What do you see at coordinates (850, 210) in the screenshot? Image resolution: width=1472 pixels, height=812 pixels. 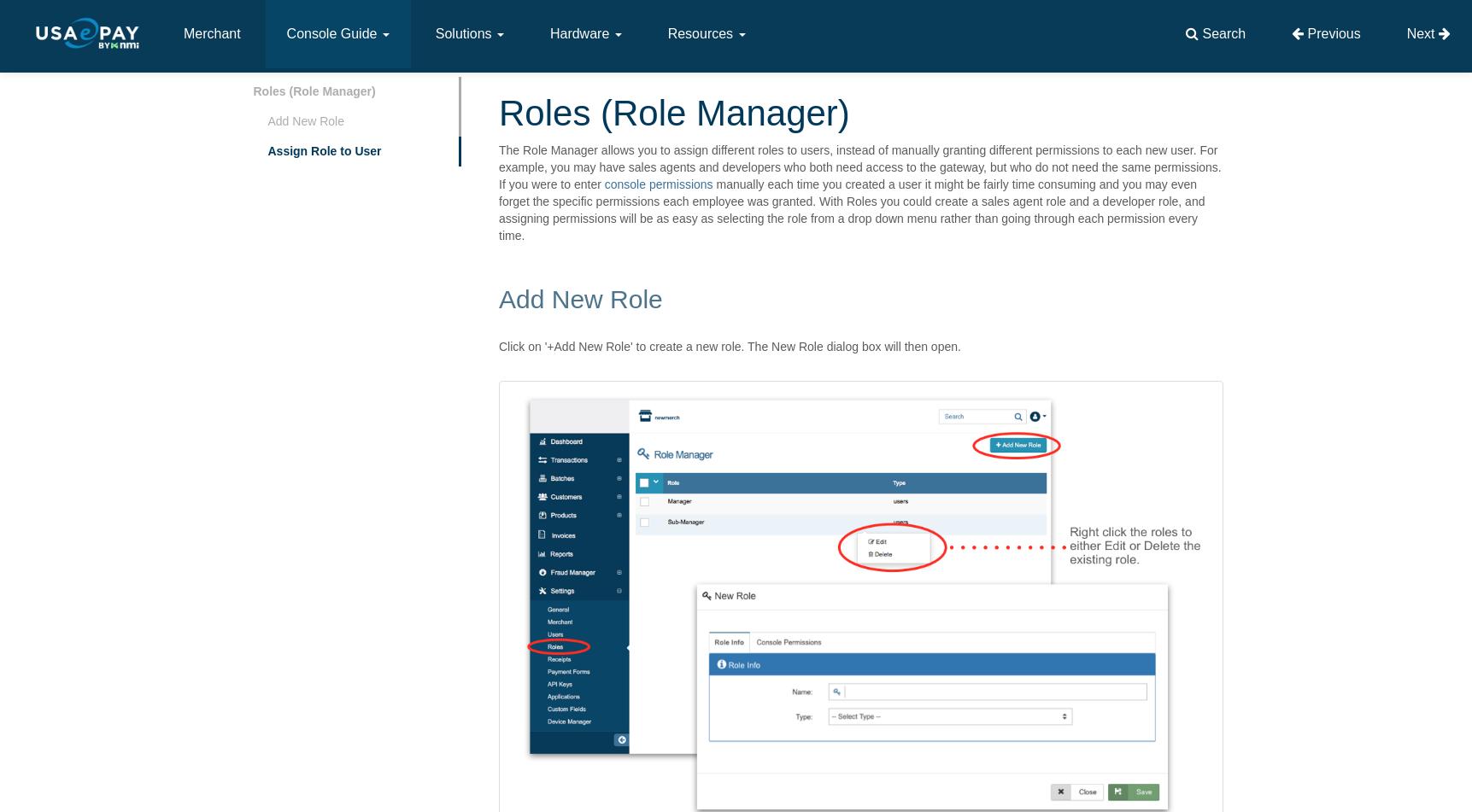 I see `'manually each time you created a user it might be fairly time consuming and you may even forget the specific permissions each employee was granted. With Roles you could create a sales agent role and a developer role, and assigning permissions will be as easy as selecting the role from a drop down menu rather than going through each permission every time.'` at bounding box center [850, 210].